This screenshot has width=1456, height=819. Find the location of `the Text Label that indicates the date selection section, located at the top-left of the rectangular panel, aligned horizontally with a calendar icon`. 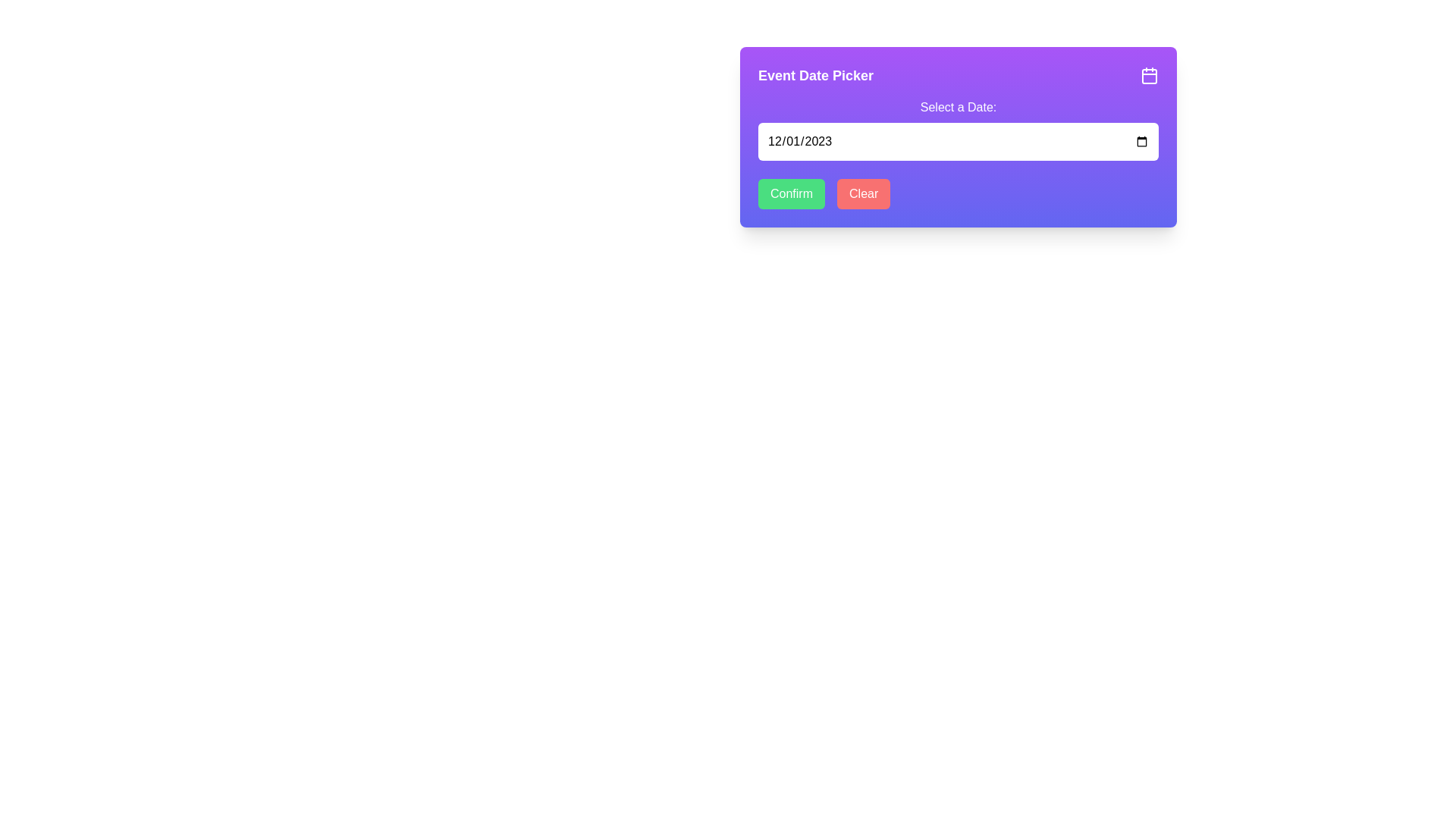

the Text Label that indicates the date selection section, located at the top-left of the rectangular panel, aligned horizontally with a calendar icon is located at coordinates (814, 76).